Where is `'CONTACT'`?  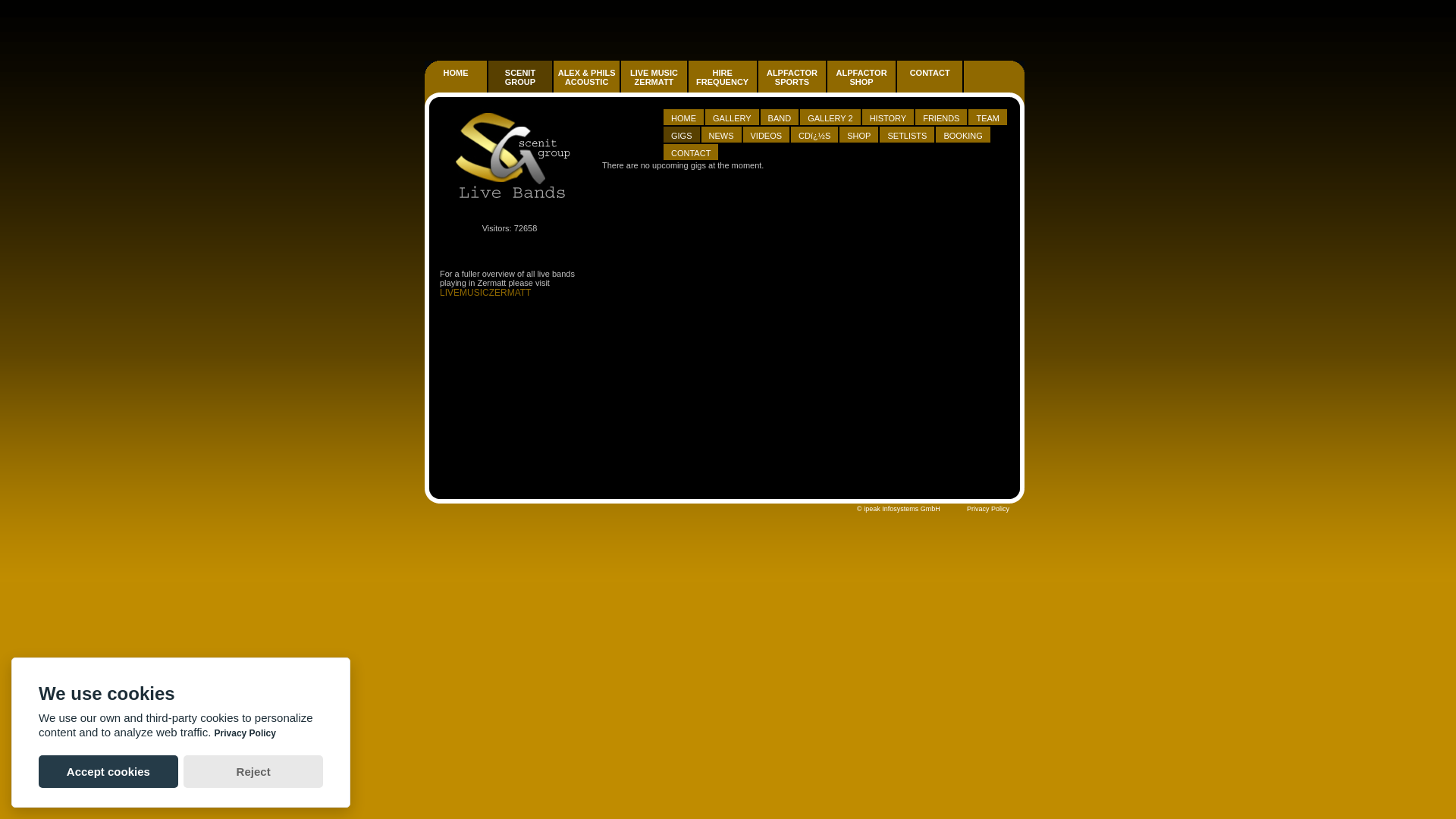 'CONTACT' is located at coordinates (929, 73).